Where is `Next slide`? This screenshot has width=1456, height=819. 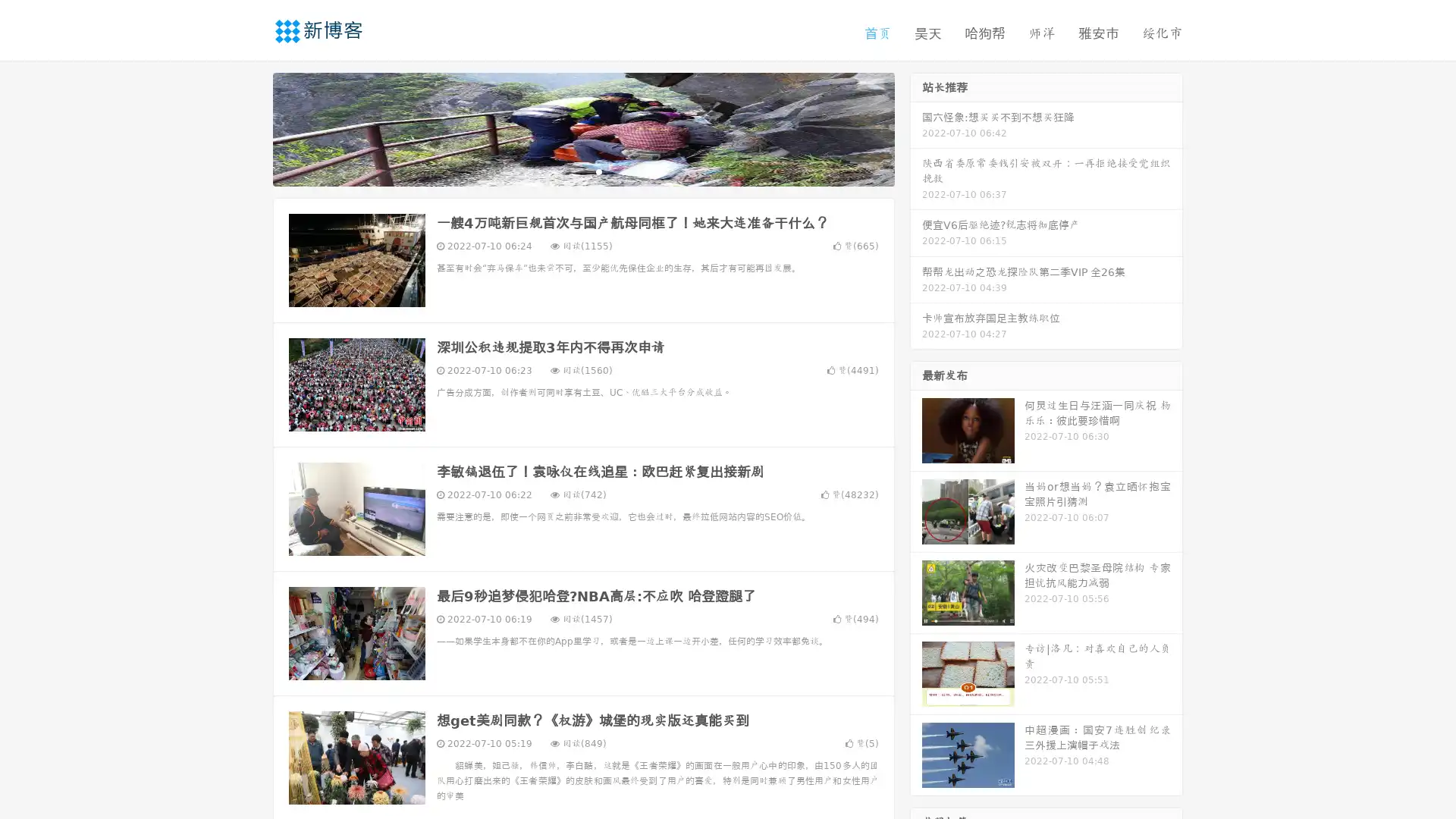
Next slide is located at coordinates (916, 127).